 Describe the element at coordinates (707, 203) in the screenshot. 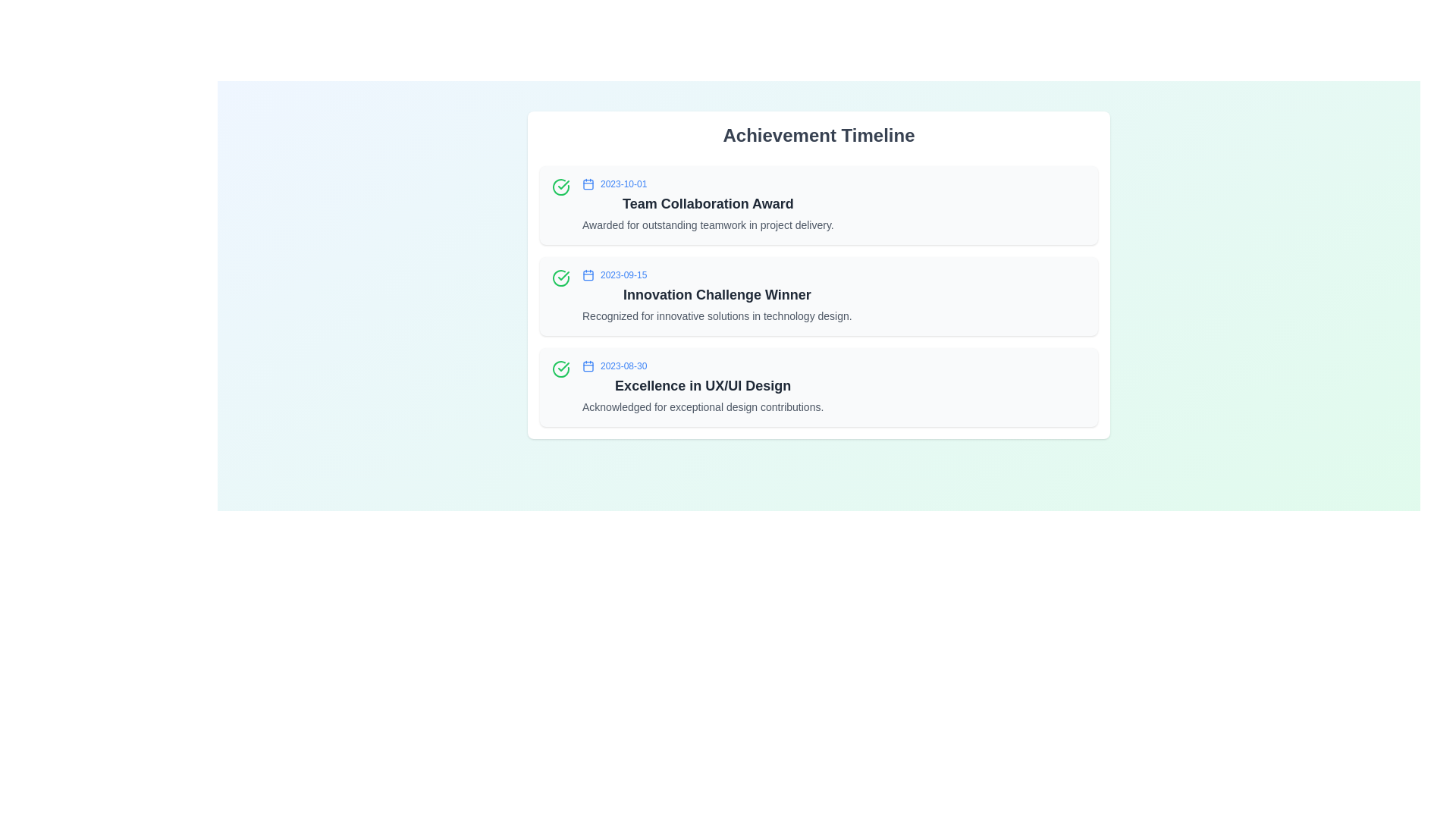

I see `text label 'Team Collaboration Award', which is a prominent bold heading located centrally beneath a date and icon, and above a descriptive paragraph` at that location.